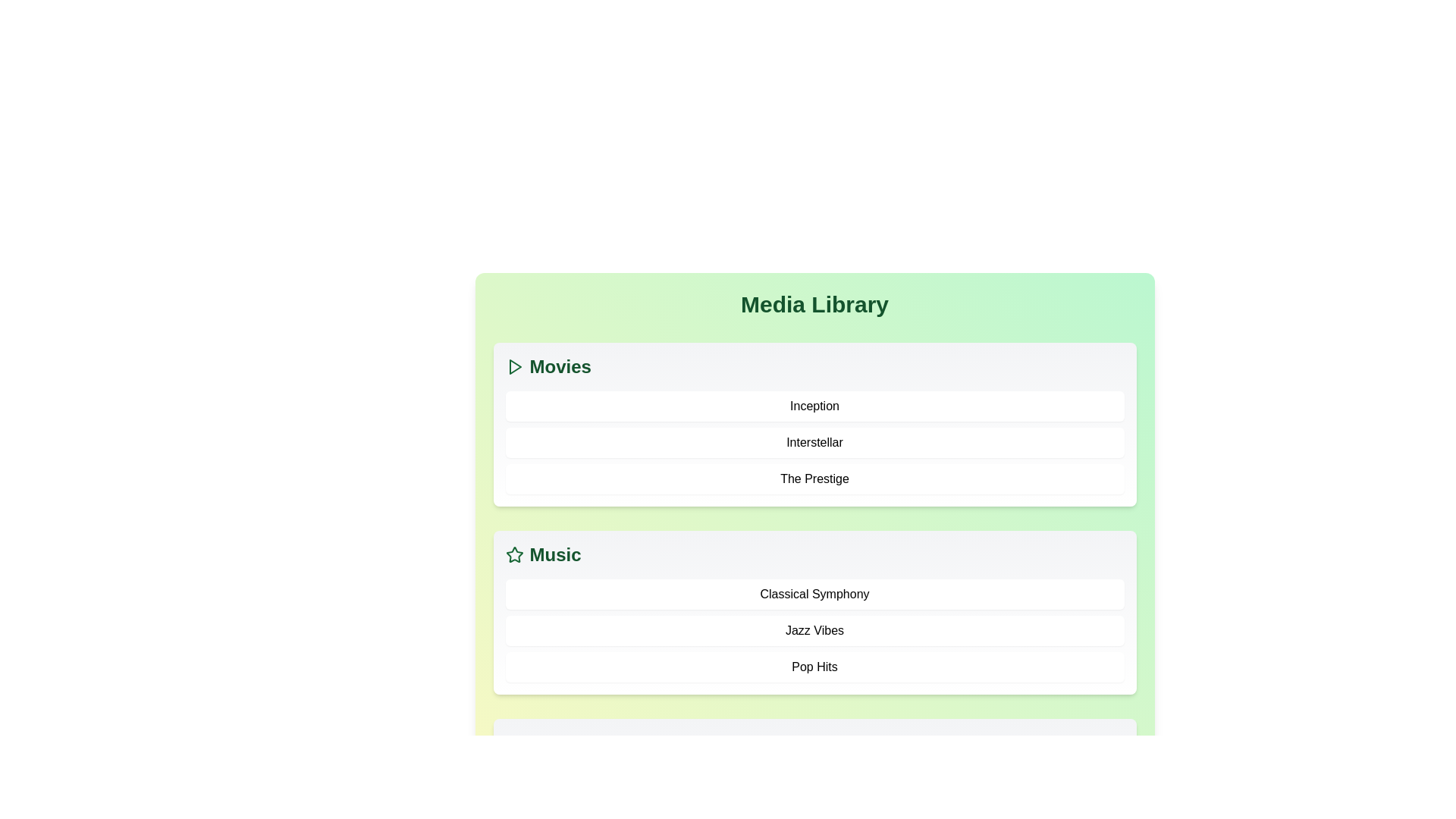 This screenshot has height=819, width=1456. What do you see at coordinates (560, 366) in the screenshot?
I see `the 'Movies' category header` at bounding box center [560, 366].